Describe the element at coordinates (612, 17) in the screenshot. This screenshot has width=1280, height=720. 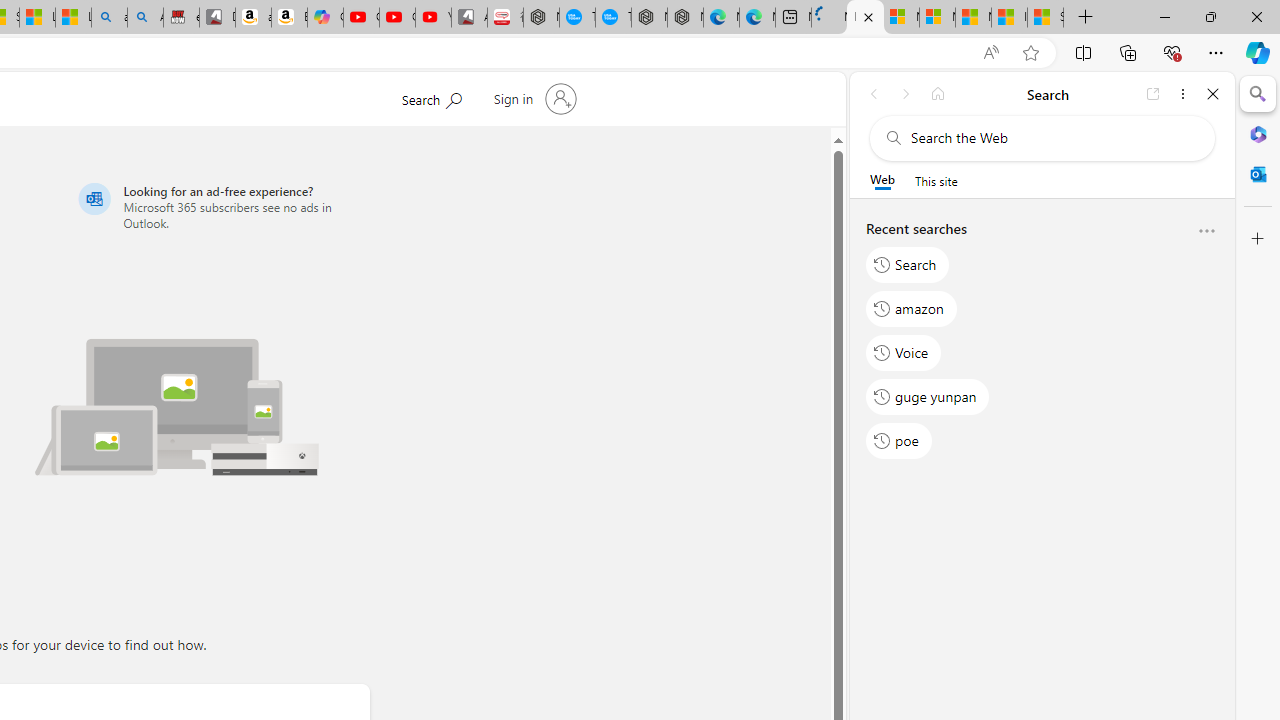
I see `'The most popular Google '` at that location.